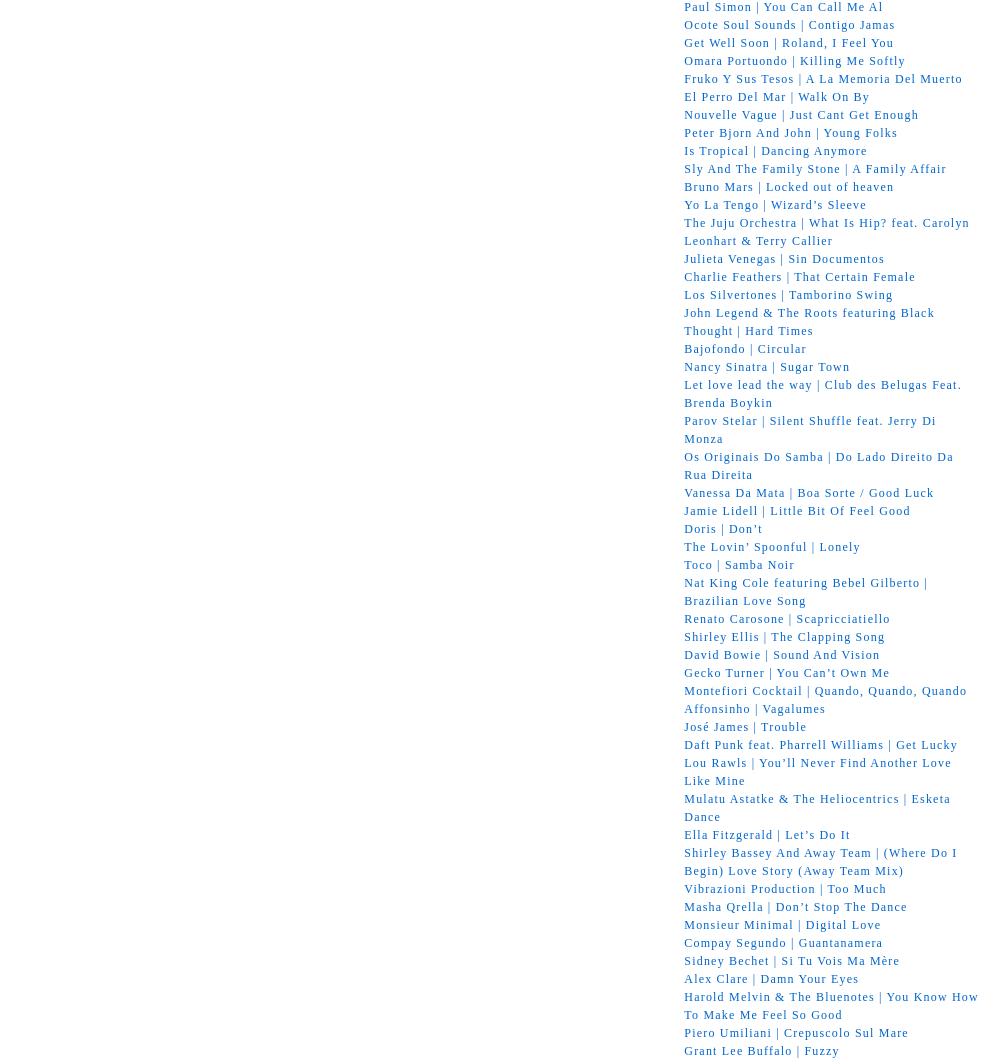  What do you see at coordinates (788, 293) in the screenshot?
I see `'Los Silvertones | Tamborino Swing'` at bounding box center [788, 293].